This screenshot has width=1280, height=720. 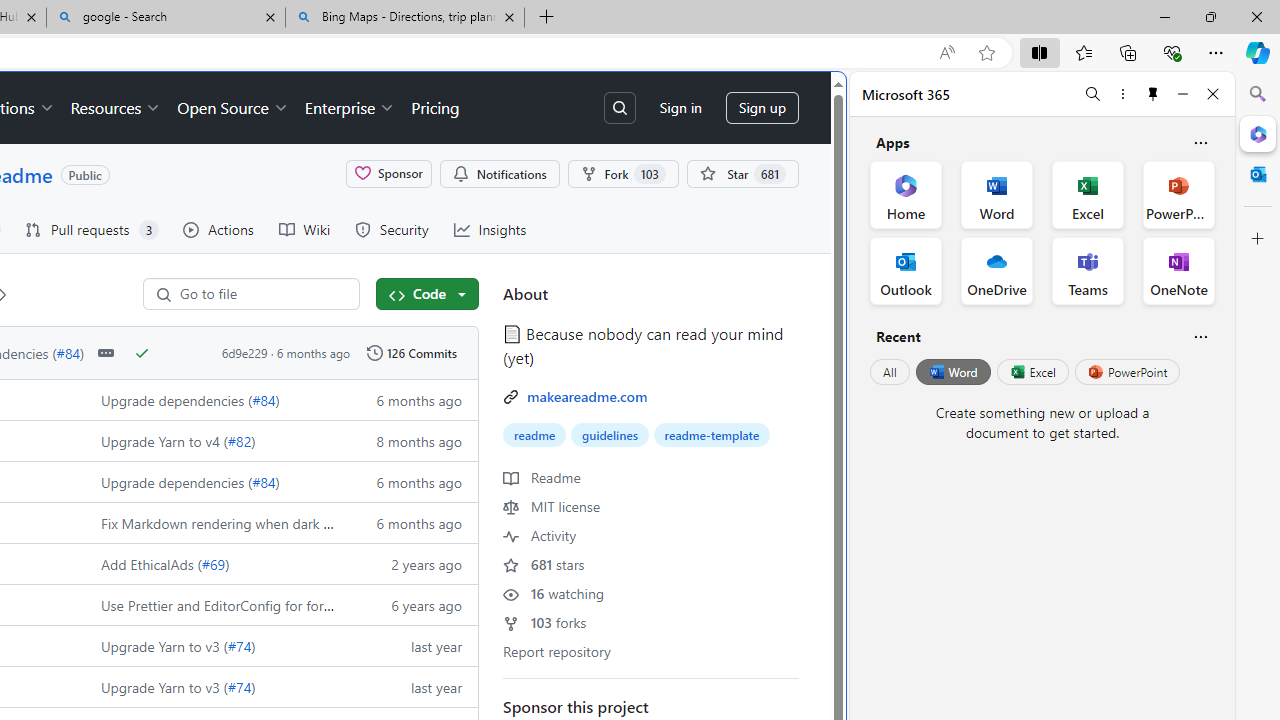 What do you see at coordinates (408, 603) in the screenshot?
I see `'6 years ago'` at bounding box center [408, 603].